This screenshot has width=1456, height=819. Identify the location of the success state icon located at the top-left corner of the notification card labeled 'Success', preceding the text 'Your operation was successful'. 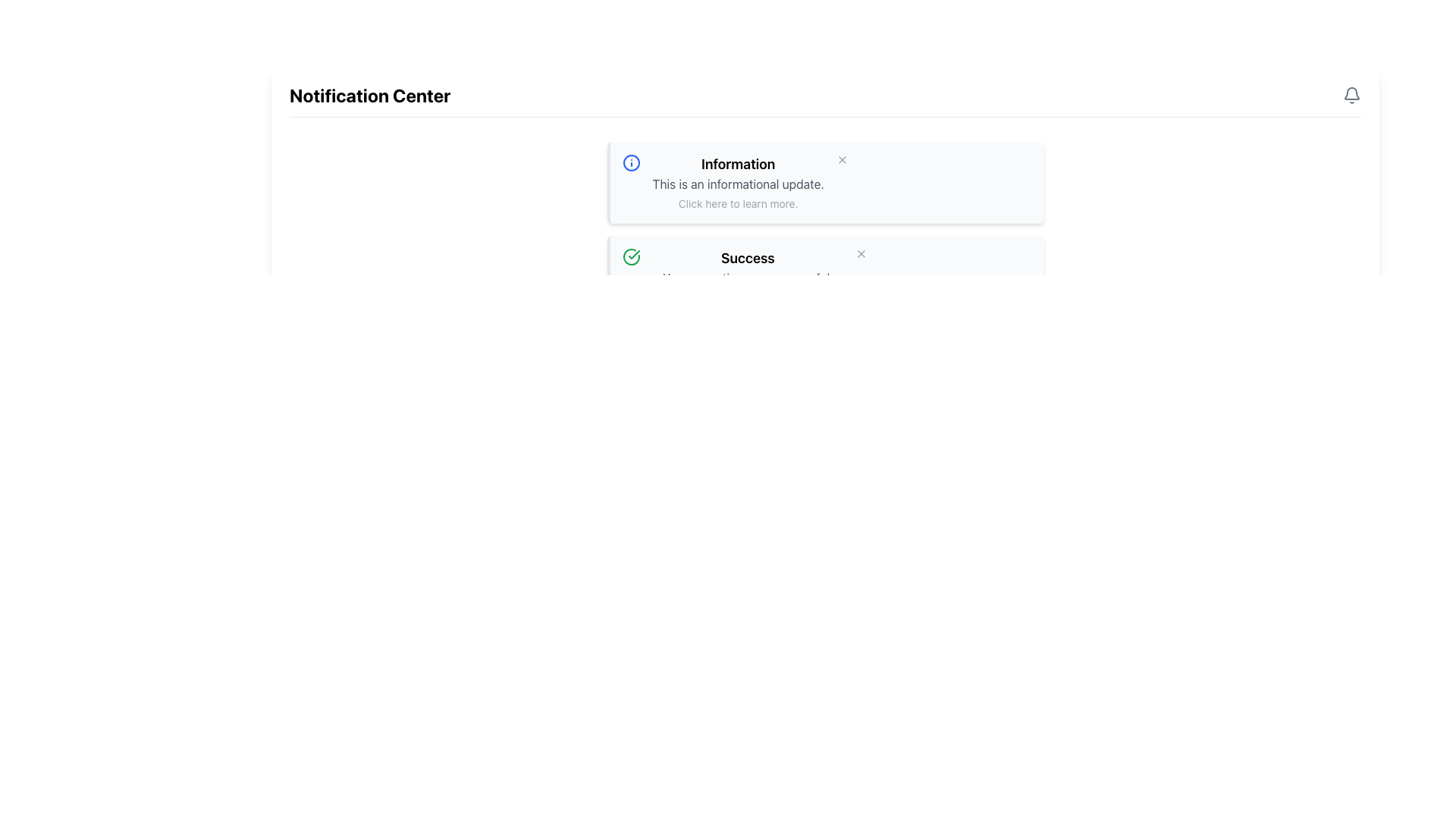
(631, 256).